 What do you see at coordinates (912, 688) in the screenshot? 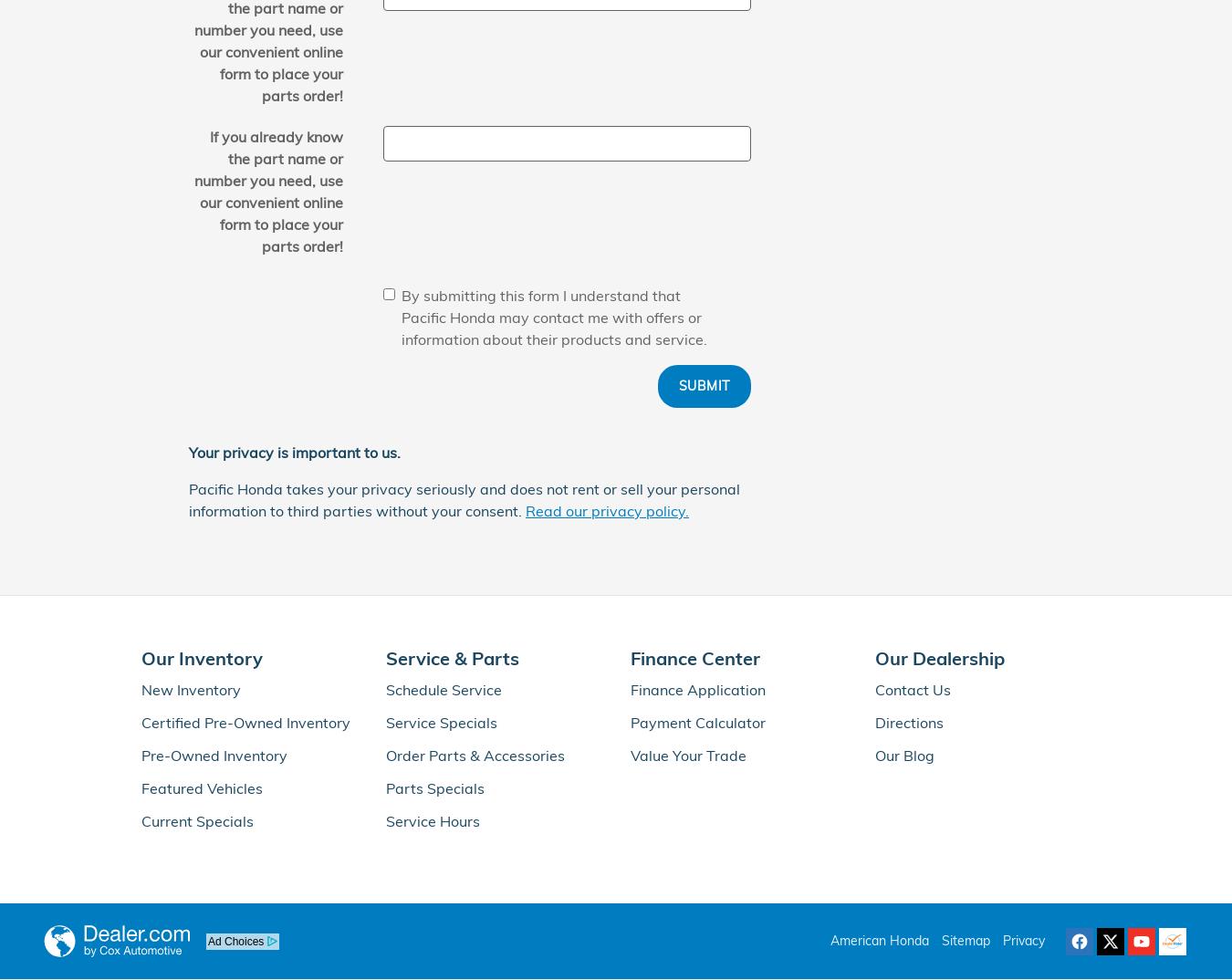
I see `'Contact Us'` at bounding box center [912, 688].